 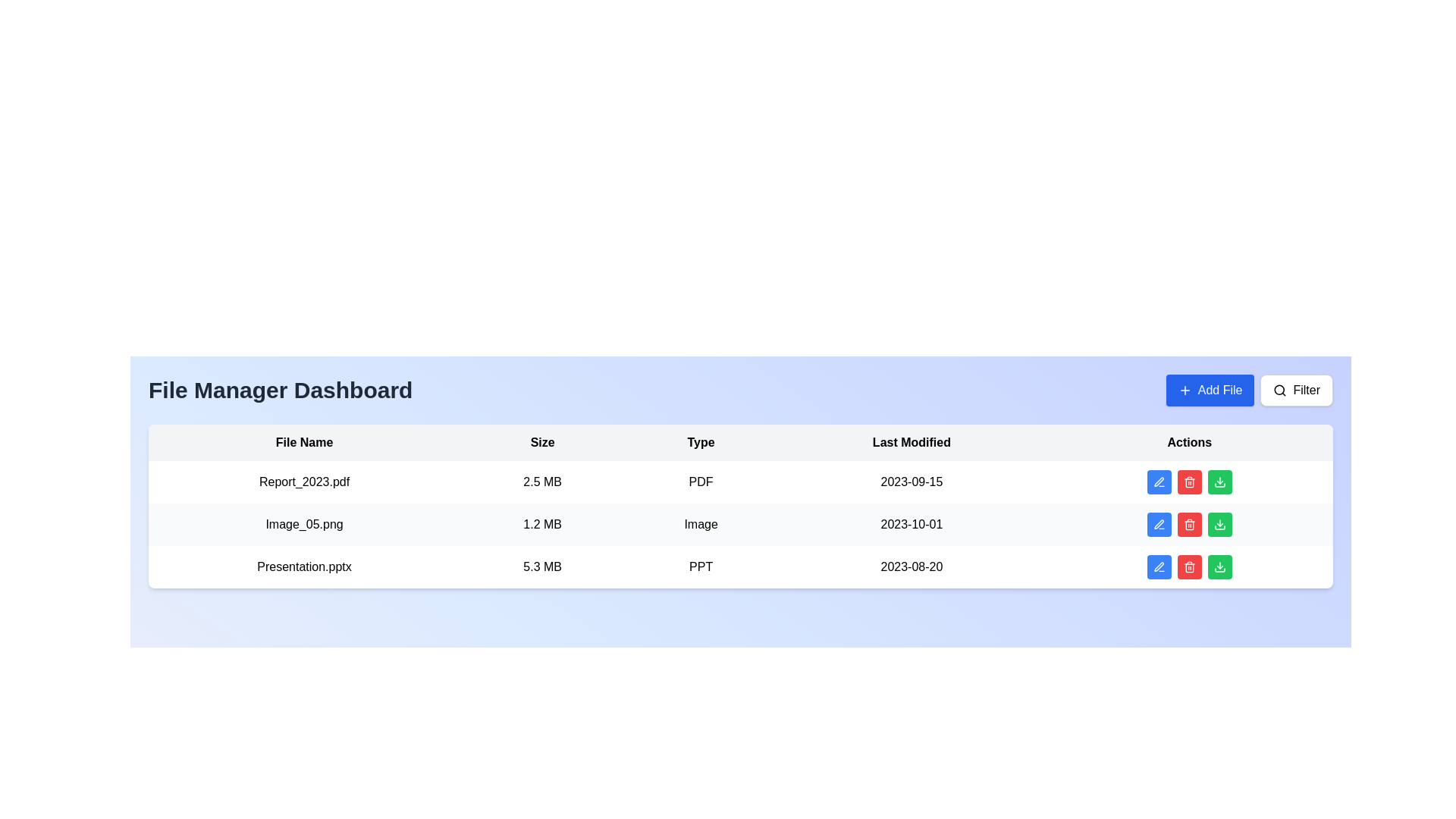 I want to click on the edit button in the 'Actions' column for the second file entry ('Image_05.png') to initiate edit mode, so click(x=1158, y=482).